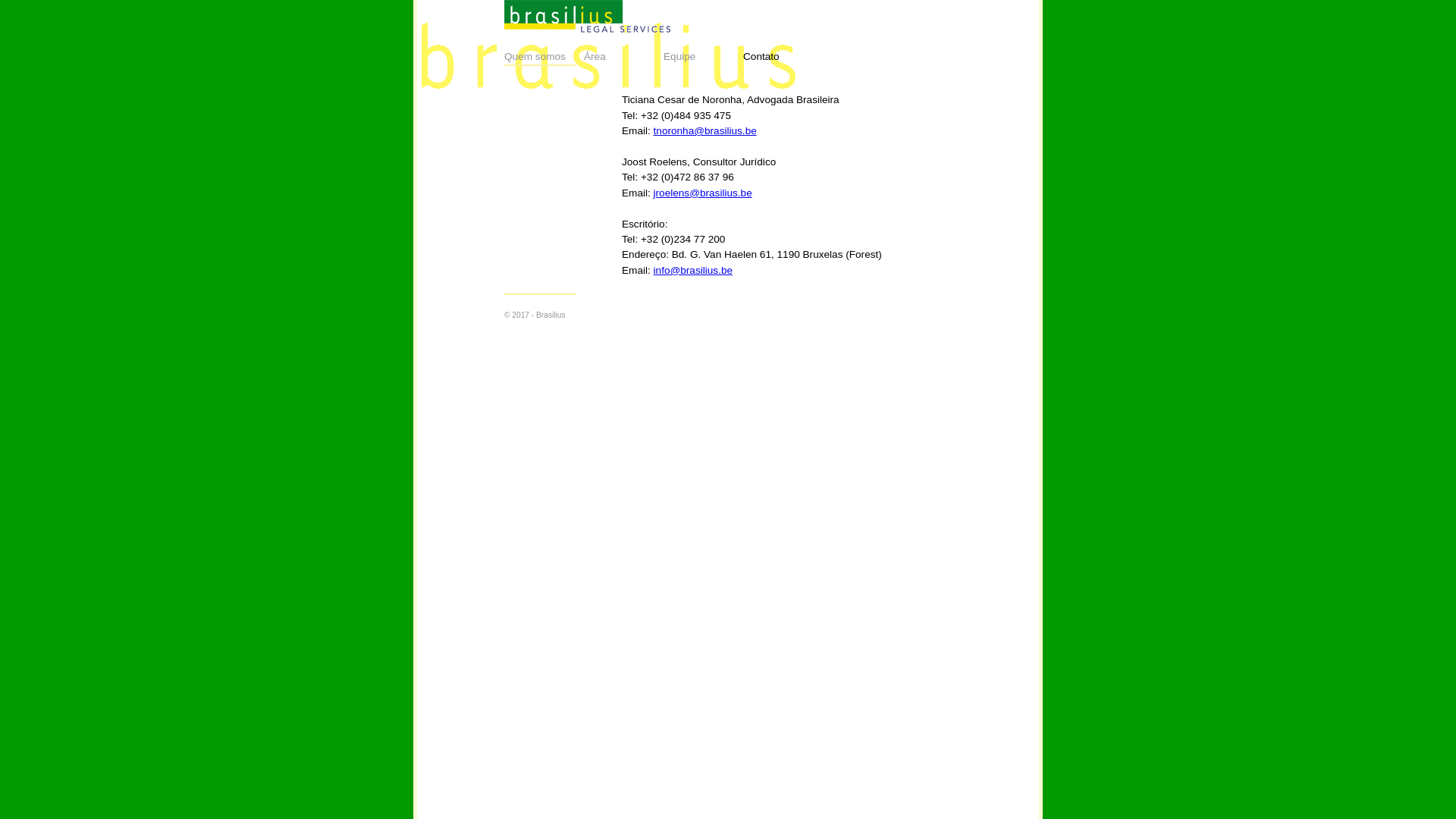  Describe the element at coordinates (654, 269) in the screenshot. I see `'info@brasilius.be'` at that location.